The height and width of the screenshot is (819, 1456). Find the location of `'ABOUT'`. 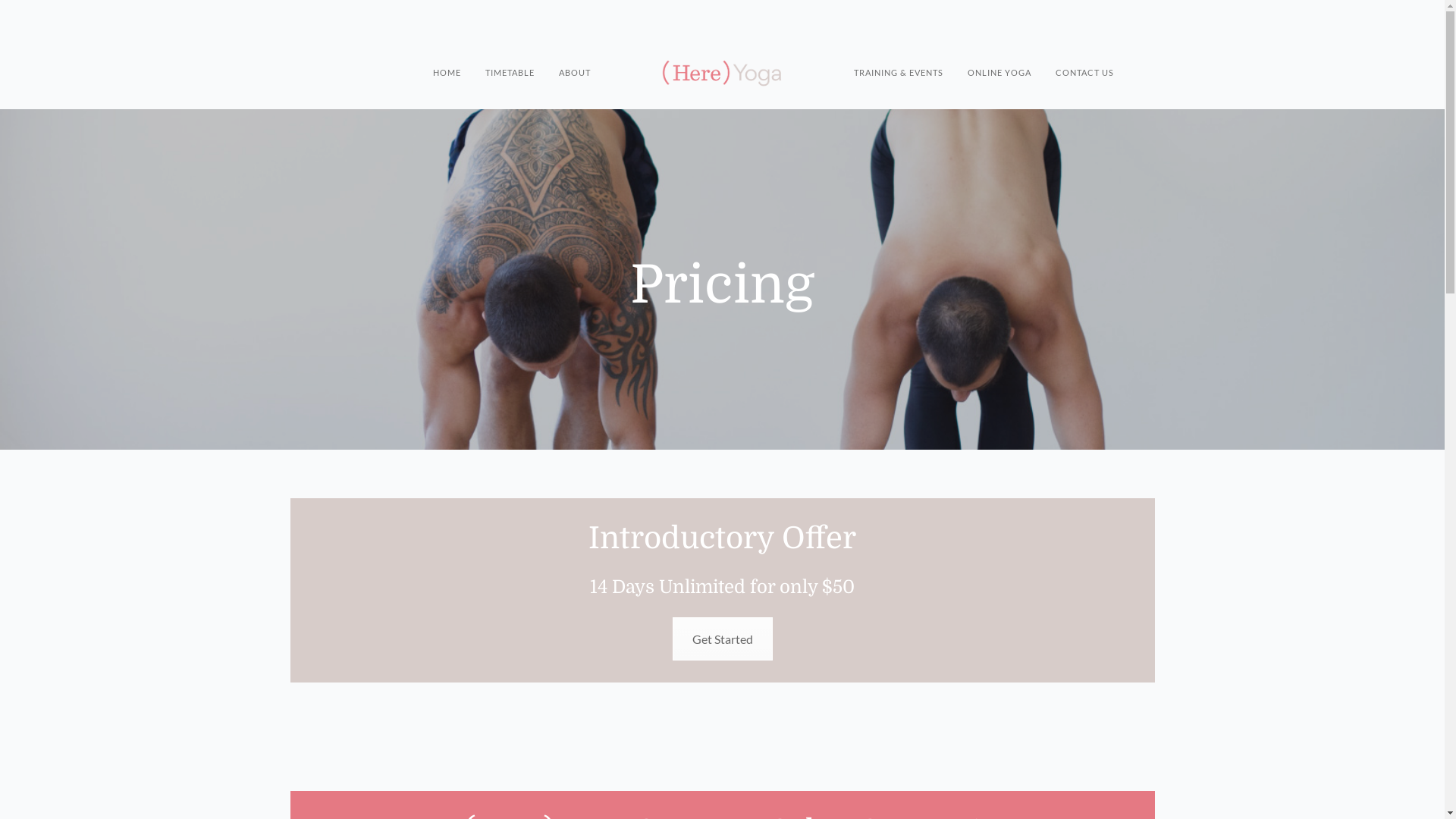

'ABOUT' is located at coordinates (558, 57).